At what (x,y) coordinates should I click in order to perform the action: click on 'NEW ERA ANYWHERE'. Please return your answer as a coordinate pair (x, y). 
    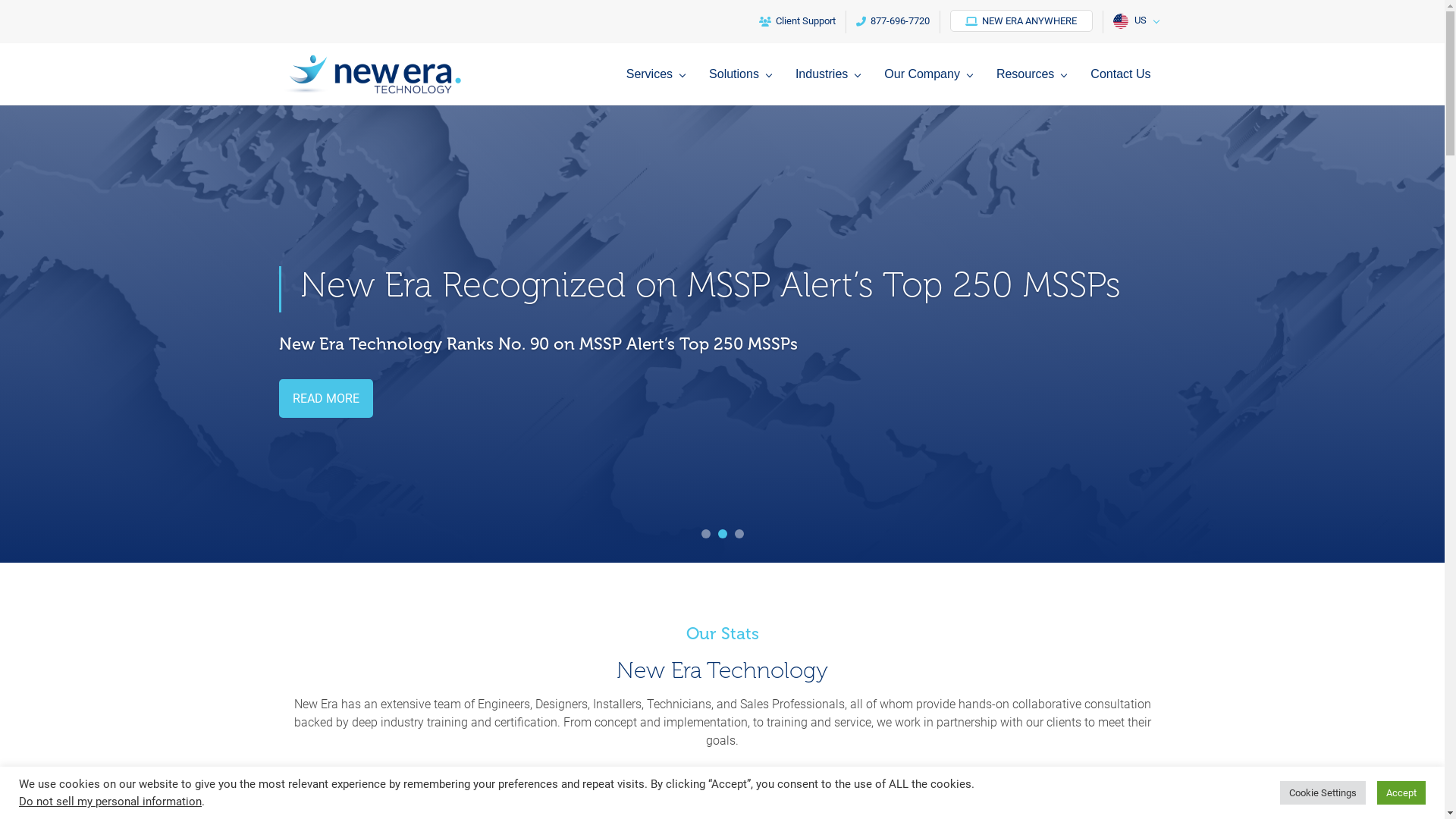
    Looking at the image, I should click on (1020, 20).